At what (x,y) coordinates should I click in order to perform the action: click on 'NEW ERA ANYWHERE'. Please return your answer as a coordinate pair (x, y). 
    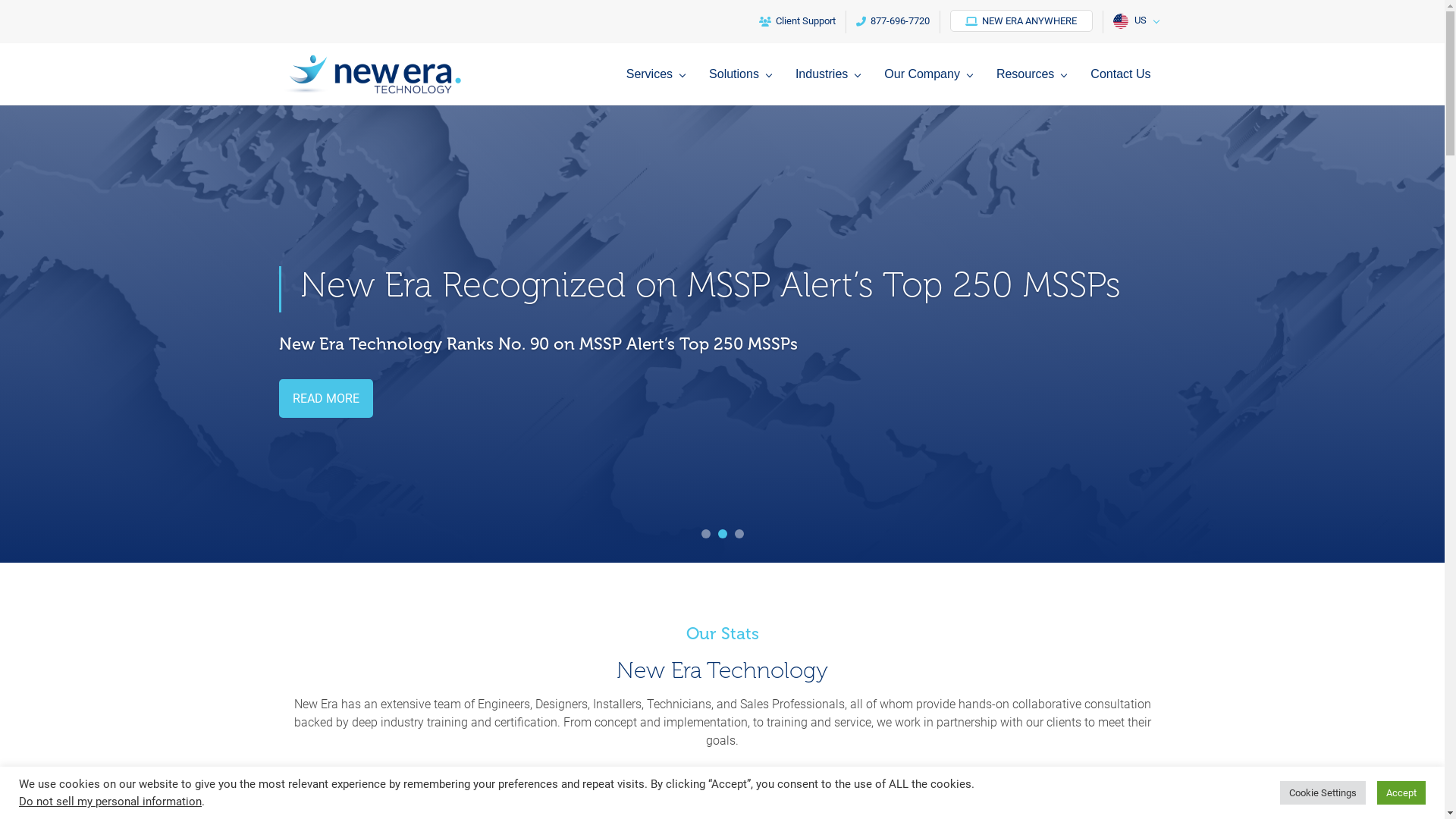
    Looking at the image, I should click on (1020, 20).